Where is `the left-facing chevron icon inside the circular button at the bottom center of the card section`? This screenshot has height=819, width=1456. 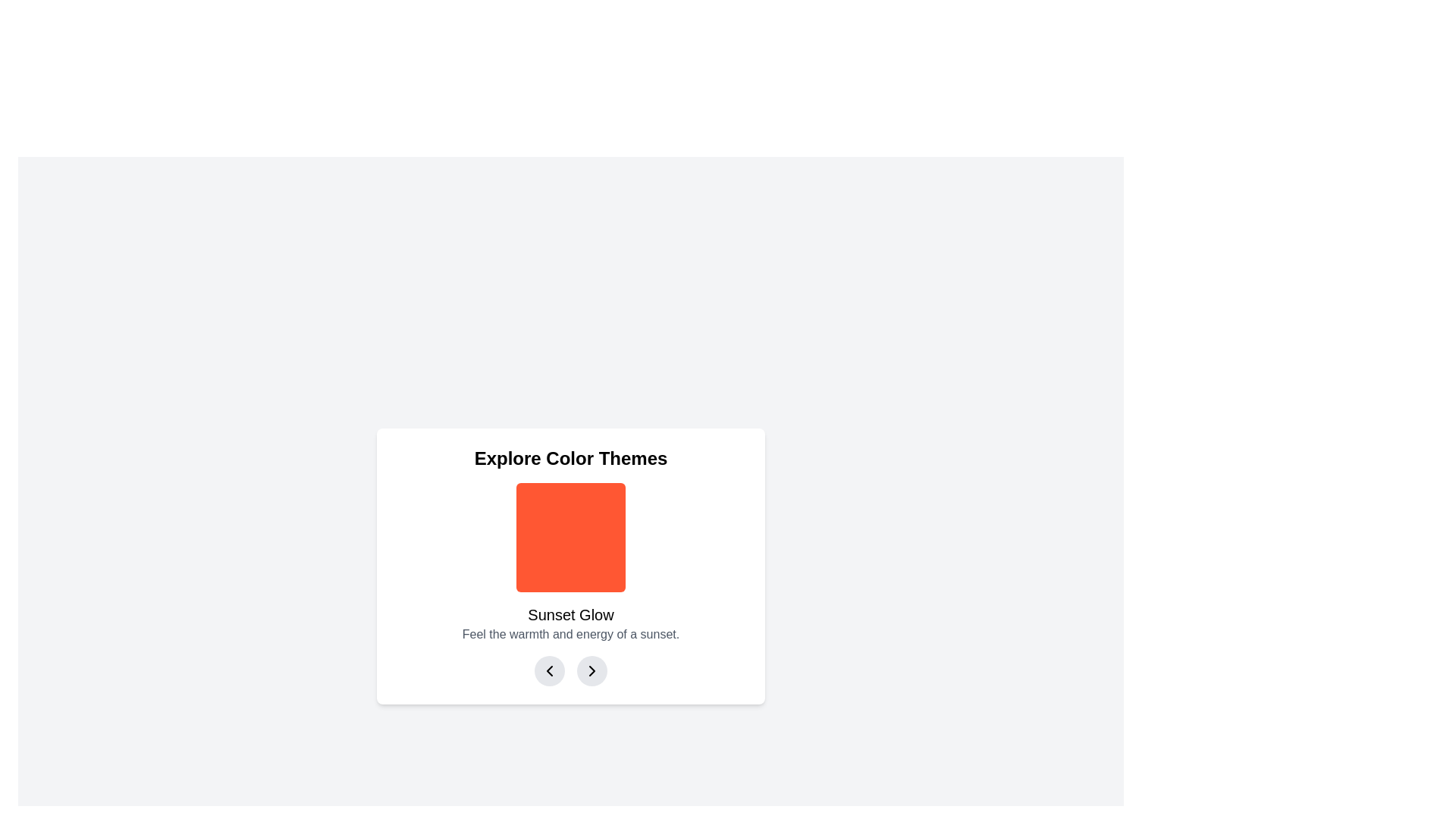 the left-facing chevron icon inside the circular button at the bottom center of the card section is located at coordinates (548, 670).